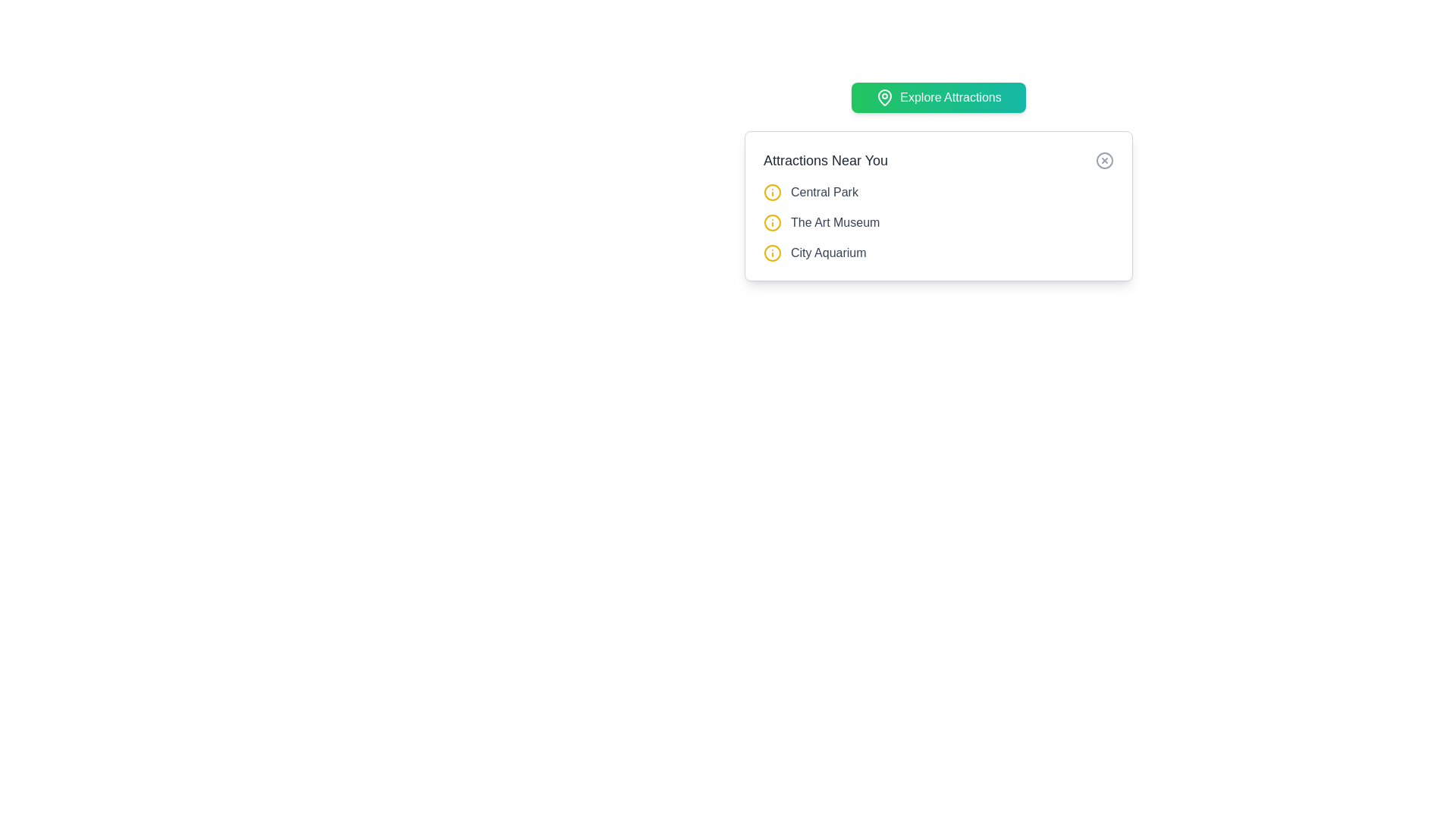 The height and width of the screenshot is (819, 1456). What do you see at coordinates (772, 253) in the screenshot?
I see `the circular icon with a yellow border that represents an information indicator, located to the left of the text 'City Aquarium'` at bounding box center [772, 253].